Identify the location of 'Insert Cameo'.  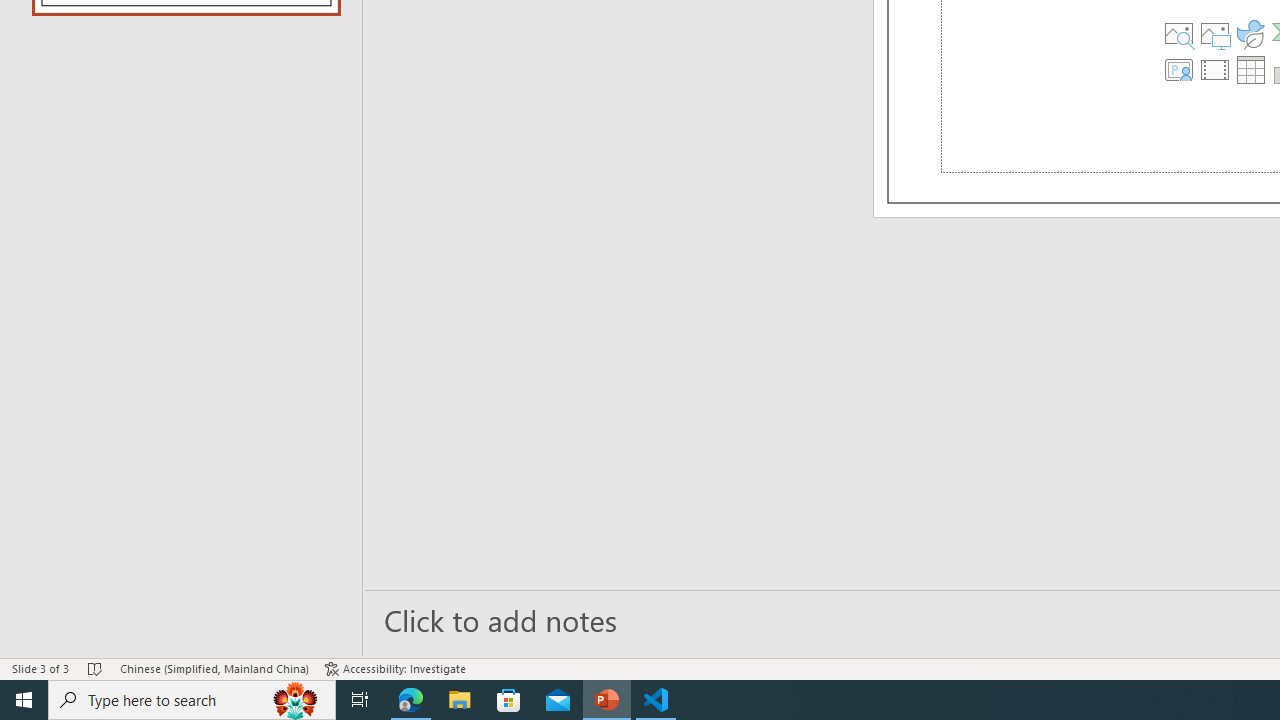
(1178, 68).